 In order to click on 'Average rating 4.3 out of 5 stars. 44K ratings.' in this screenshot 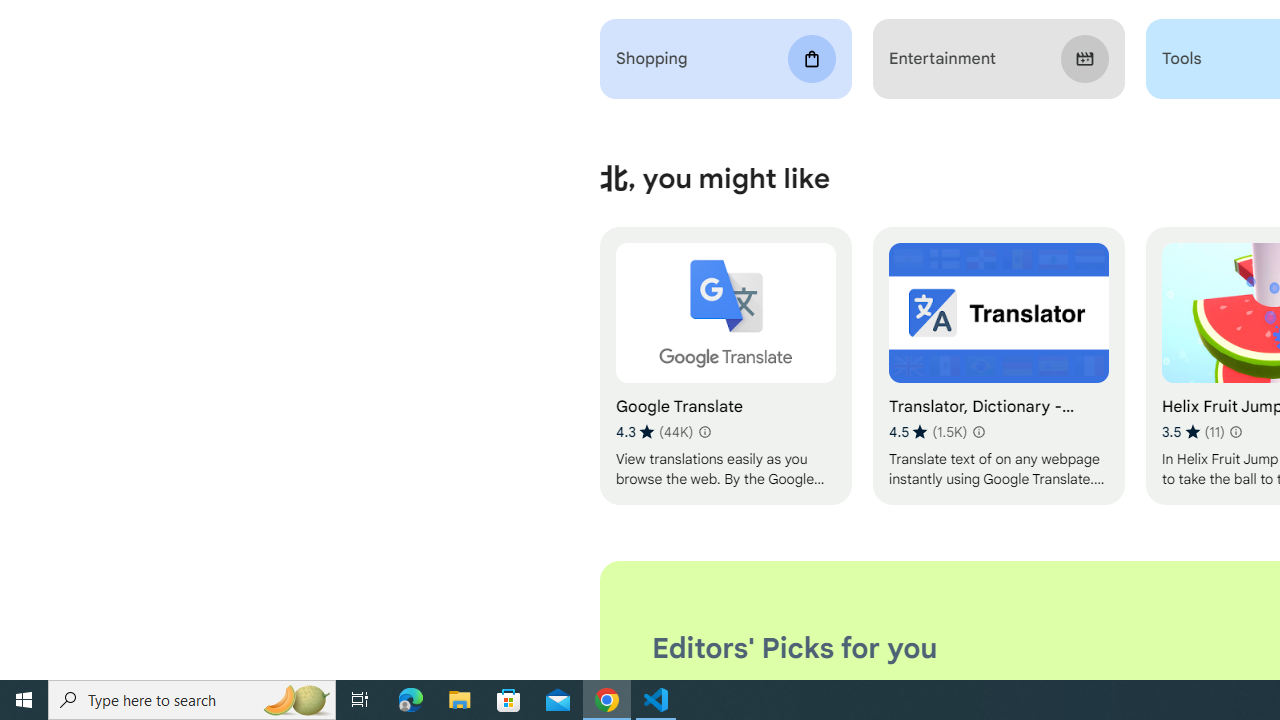, I will do `click(654, 431)`.